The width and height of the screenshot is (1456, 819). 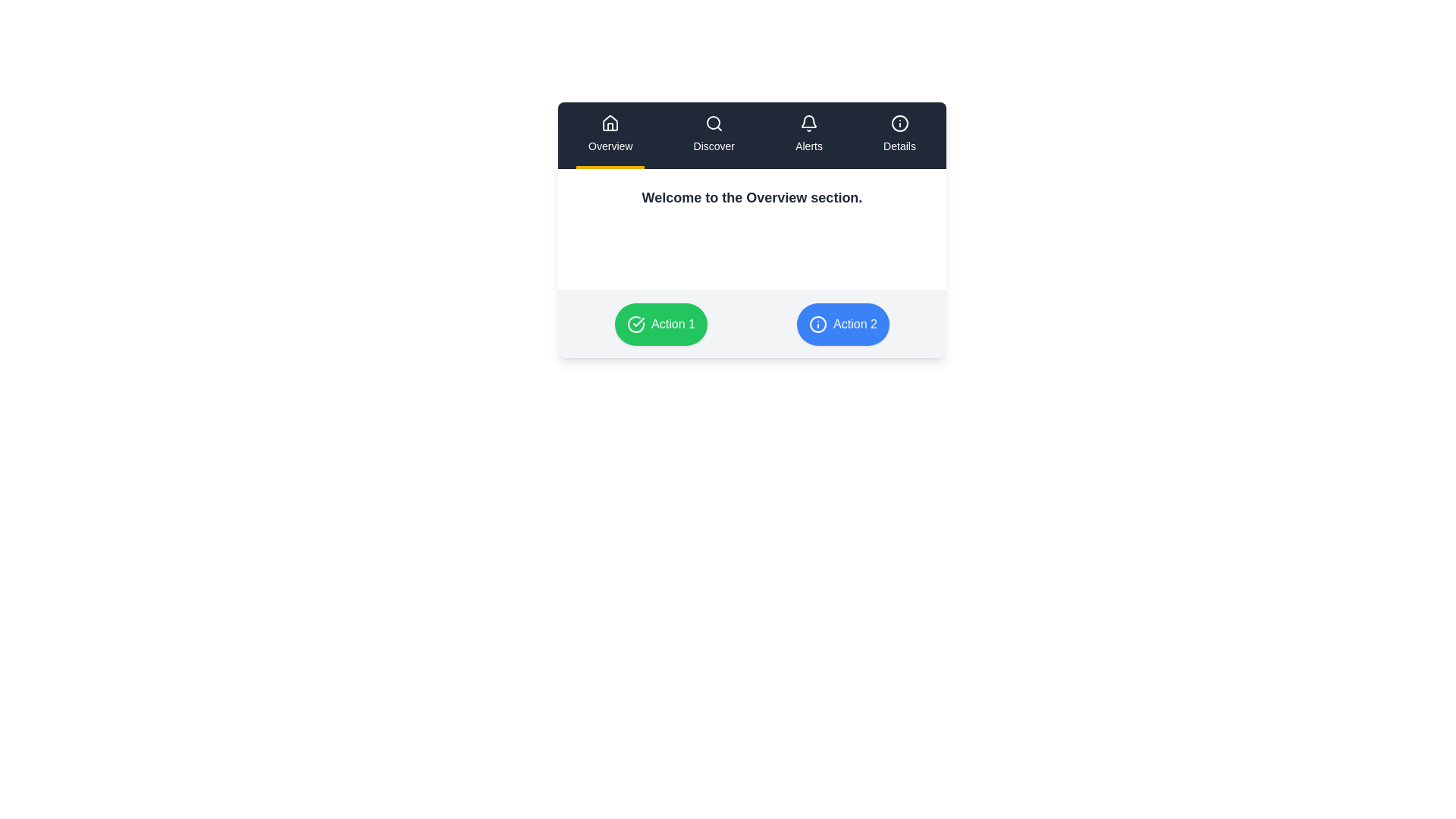 What do you see at coordinates (899, 122) in the screenshot?
I see `the circular 'Details' icon located in the top navigation bar on the far right` at bounding box center [899, 122].